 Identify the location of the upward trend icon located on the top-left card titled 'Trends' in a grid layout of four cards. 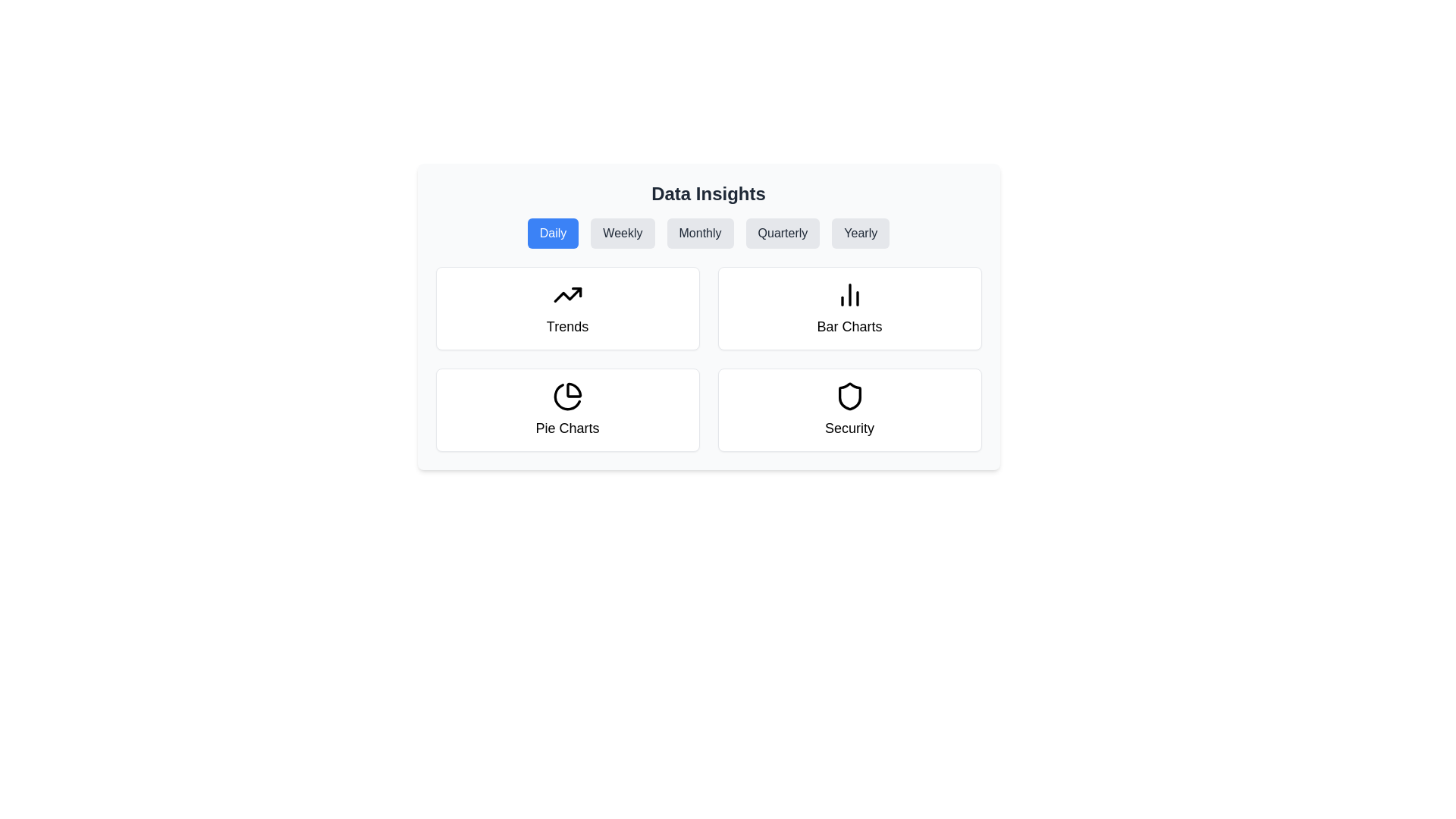
(566, 295).